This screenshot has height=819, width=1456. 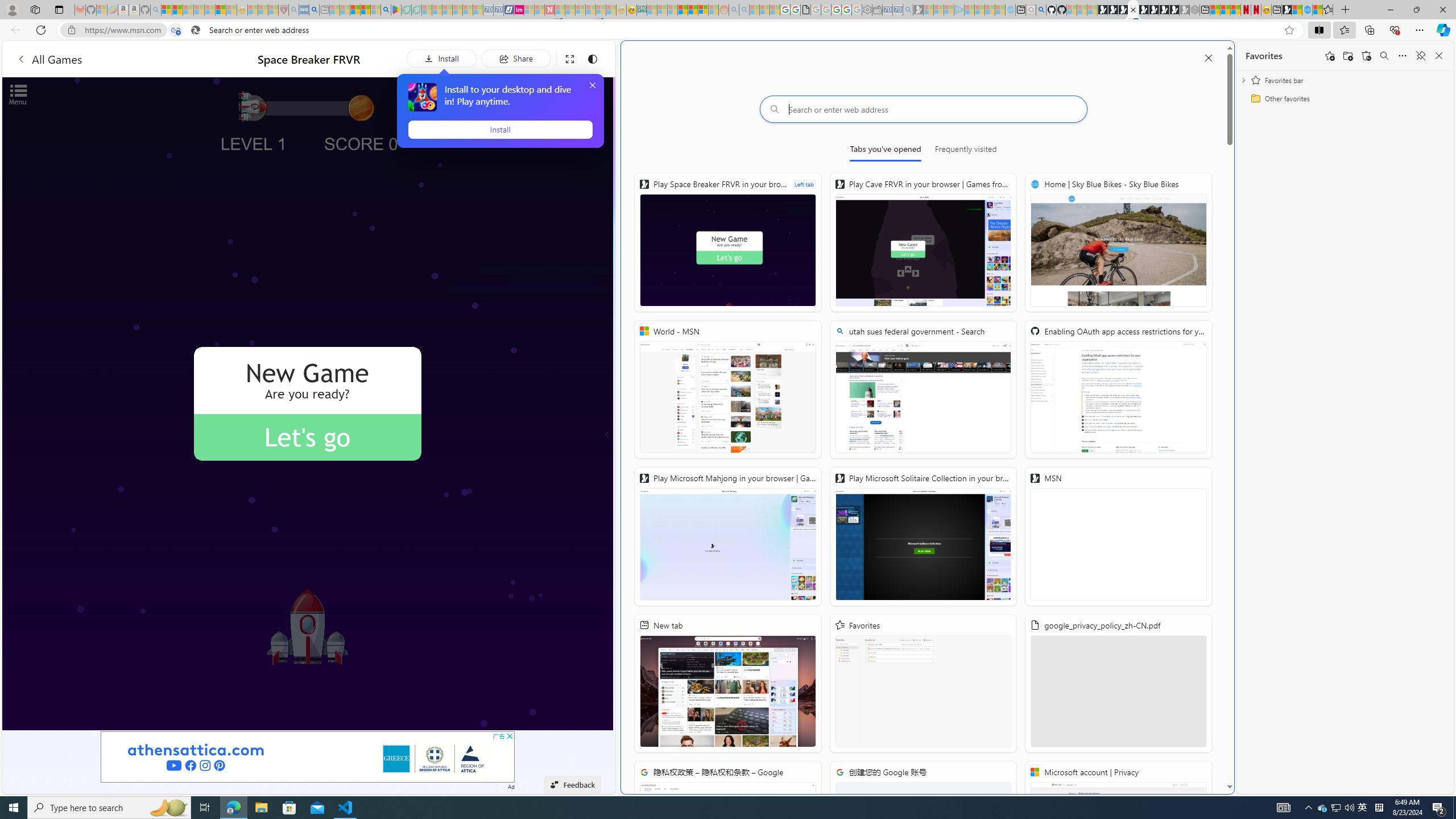 I want to click on 'New Report Confirms 2023 Was Record Hot | Watch - Sleeping', so click(x=209, y=9).